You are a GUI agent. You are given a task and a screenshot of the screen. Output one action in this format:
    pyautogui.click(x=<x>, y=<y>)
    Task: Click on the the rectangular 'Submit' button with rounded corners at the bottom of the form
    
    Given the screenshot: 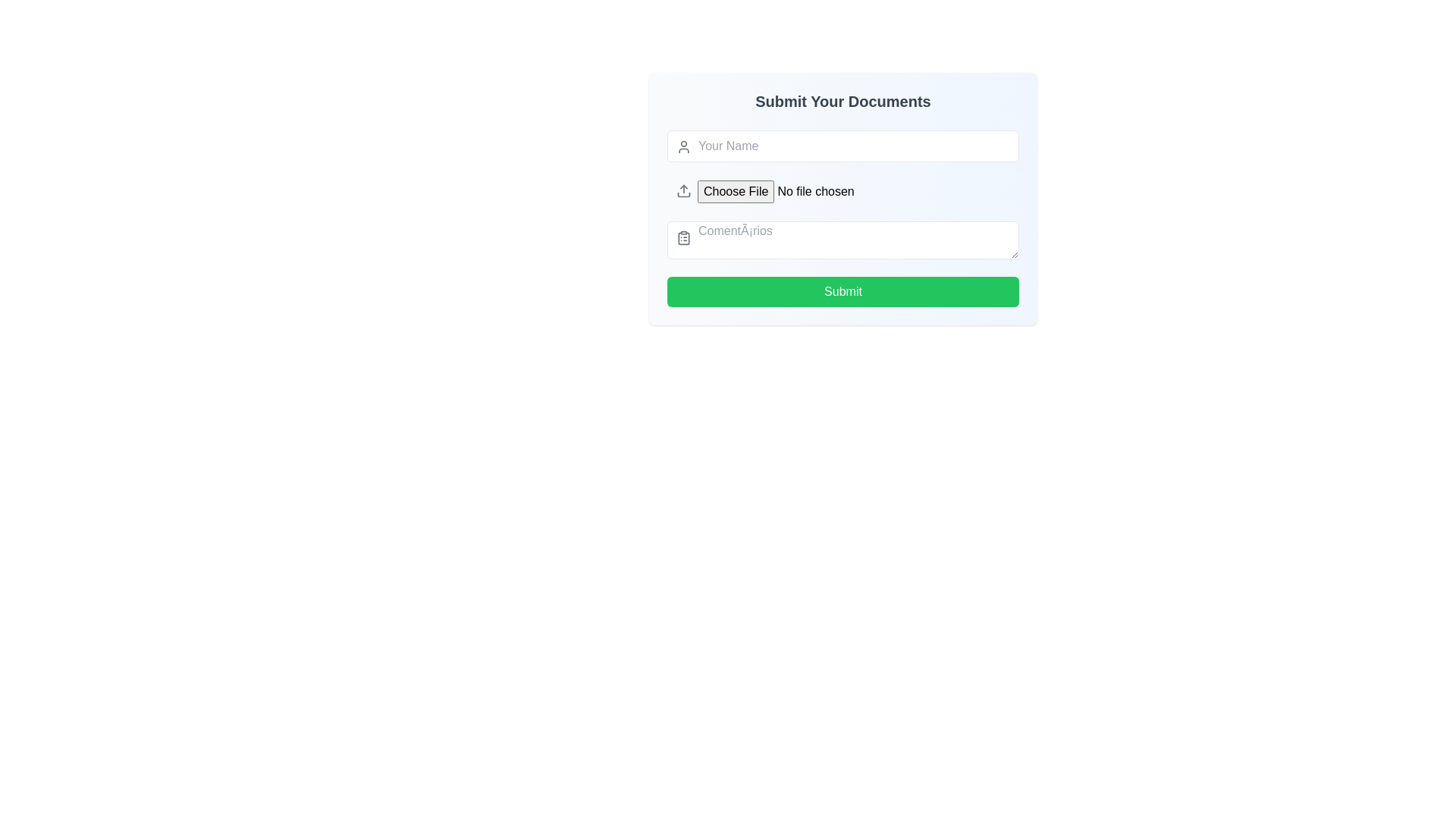 What is the action you would take?
    pyautogui.click(x=843, y=292)
    